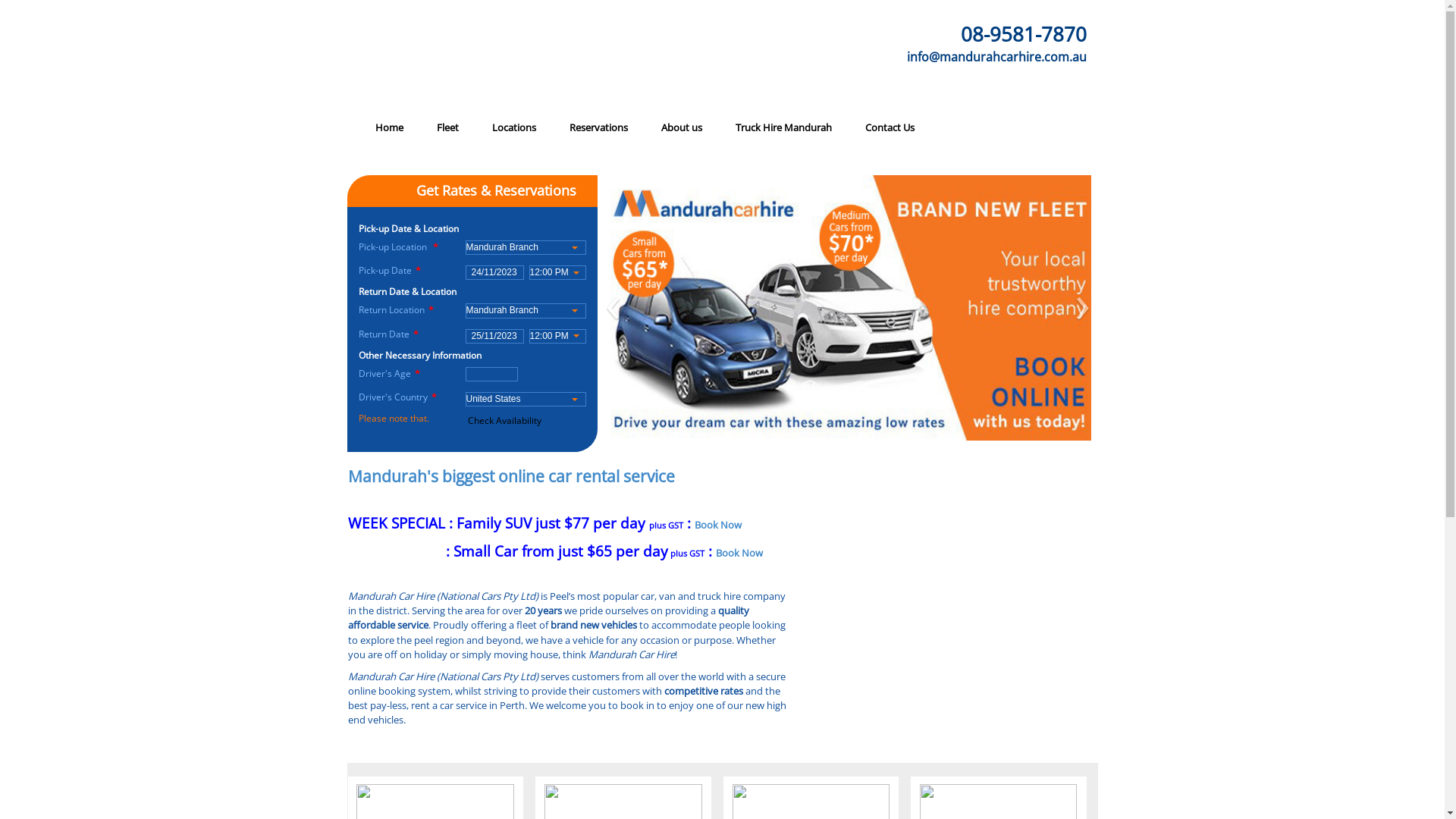 The width and height of the screenshot is (1456, 819). I want to click on 'United States ', so click(525, 398).